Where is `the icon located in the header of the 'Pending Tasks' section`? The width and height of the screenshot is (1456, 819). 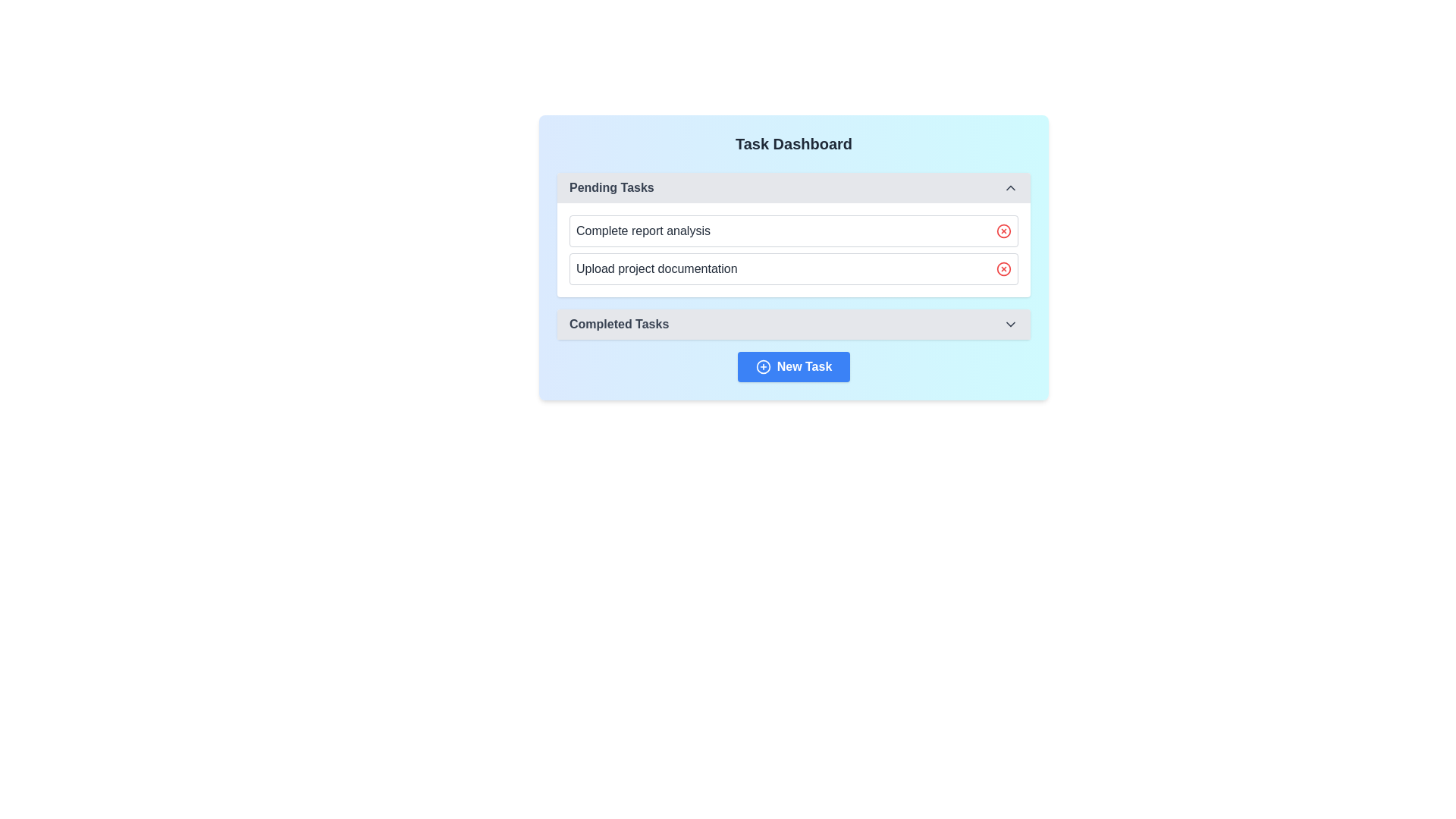 the icon located in the header of the 'Pending Tasks' section is located at coordinates (1011, 187).